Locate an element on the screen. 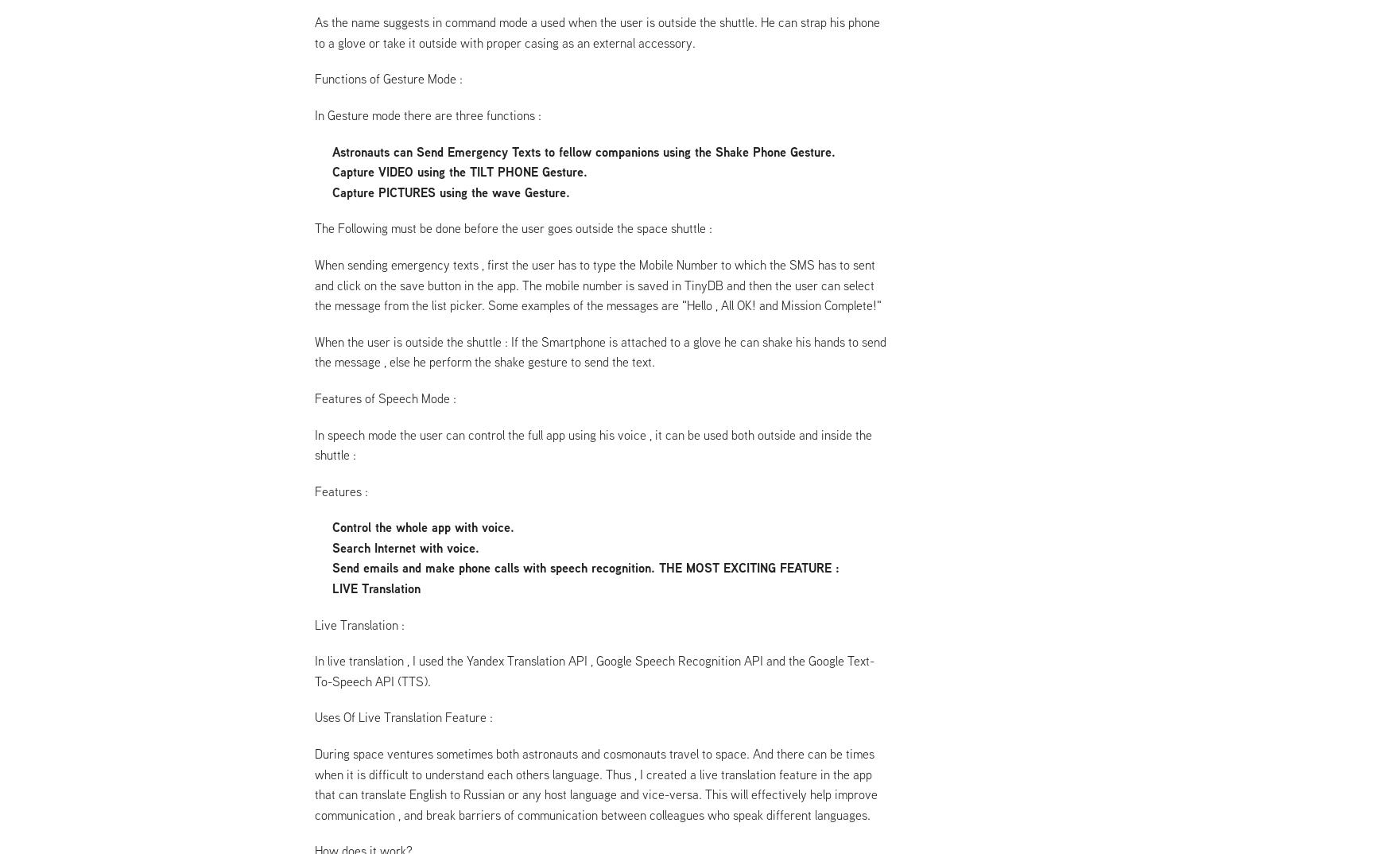 Image resolution: width=1400 pixels, height=854 pixels. 'In live translation , I used the Yandex Translation API , Google Speech Recognition API and the Google Text-To-Speech API (TTS).' is located at coordinates (312, 670).